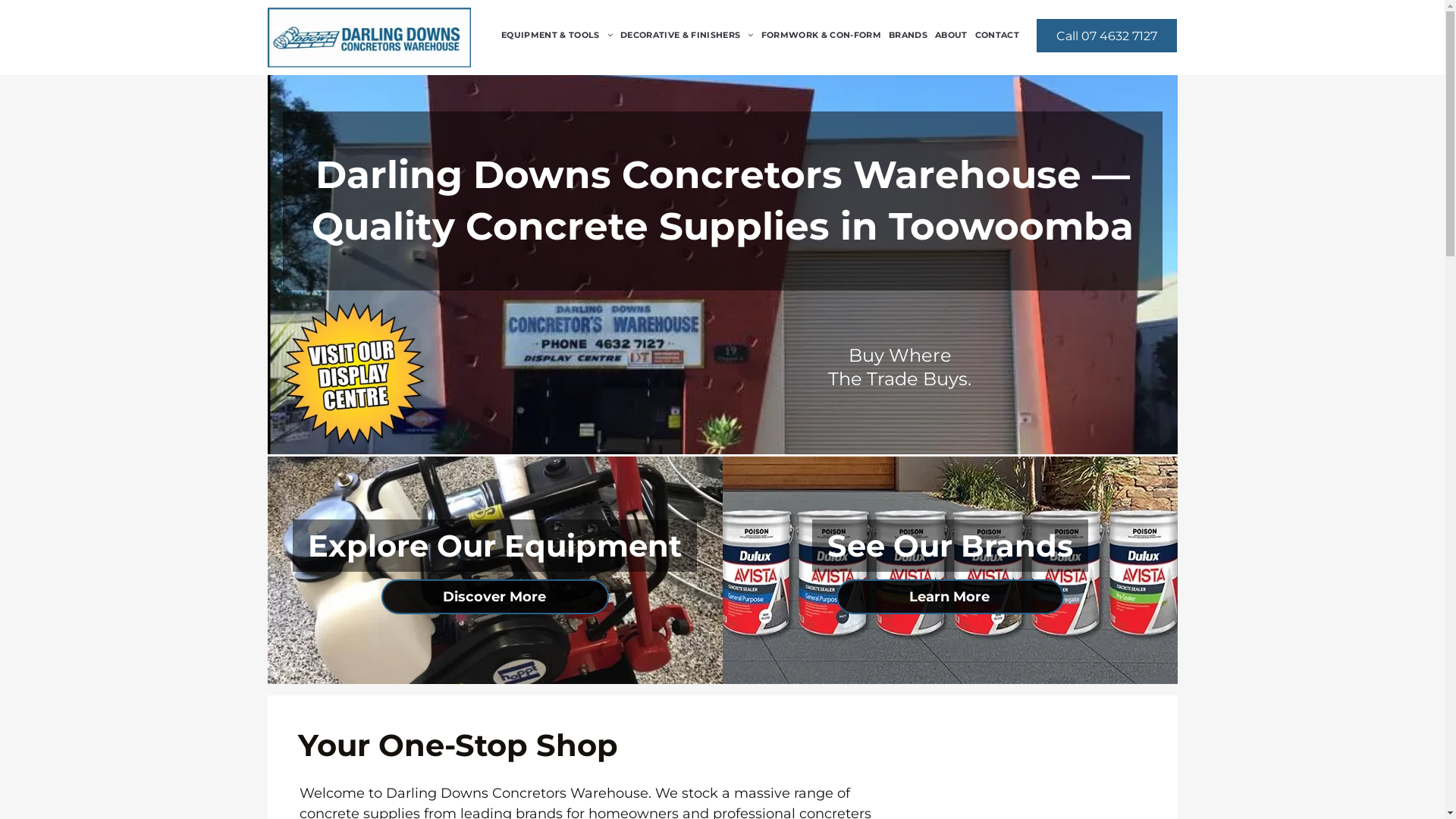 The width and height of the screenshot is (1456, 819). Describe the element at coordinates (686, 34) in the screenshot. I see `'DECORATIVE & FINISHERS'` at that location.